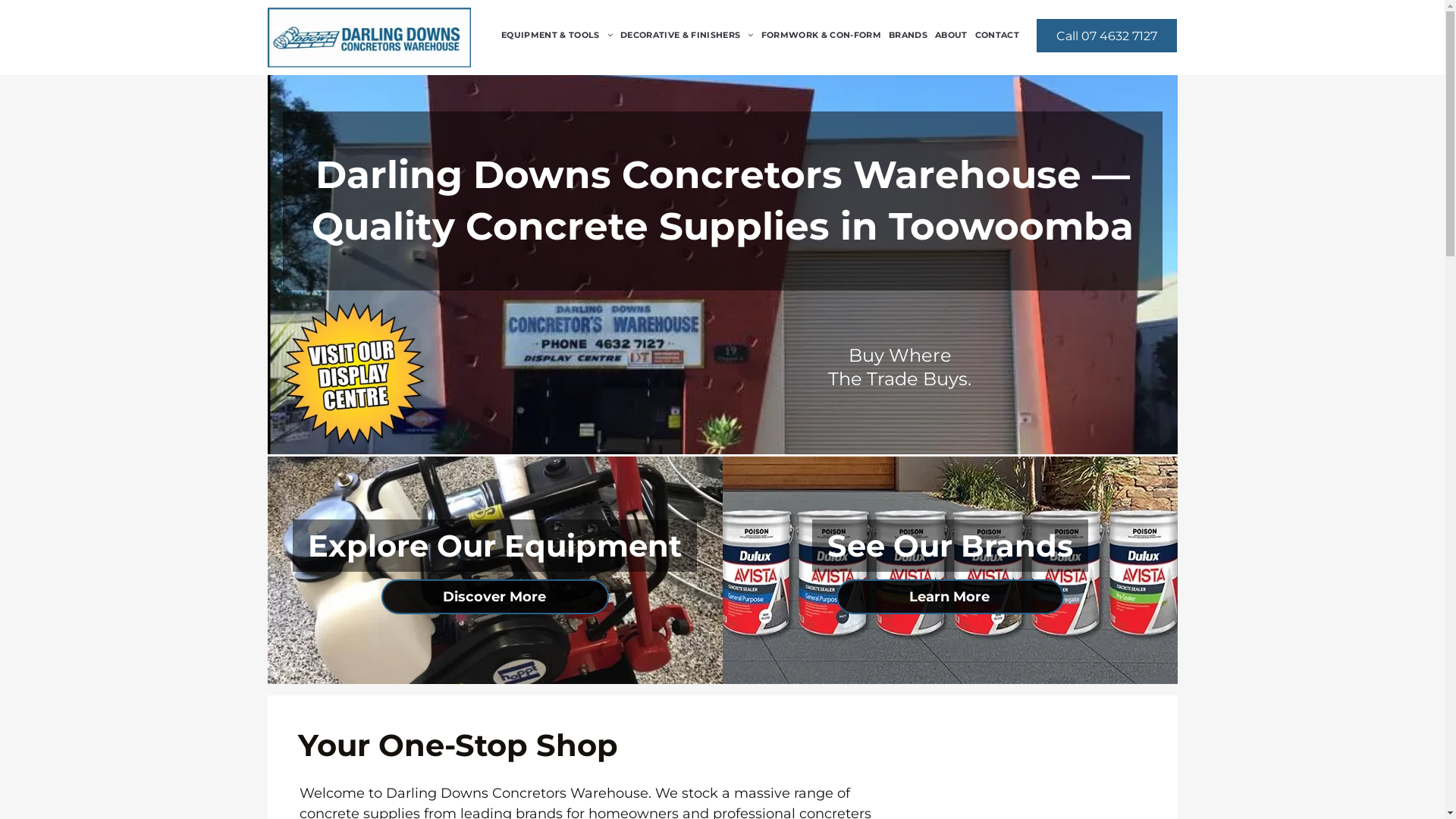 The width and height of the screenshot is (1456, 819). Describe the element at coordinates (686, 34) in the screenshot. I see `'DECORATIVE & FINISHERS'` at that location.